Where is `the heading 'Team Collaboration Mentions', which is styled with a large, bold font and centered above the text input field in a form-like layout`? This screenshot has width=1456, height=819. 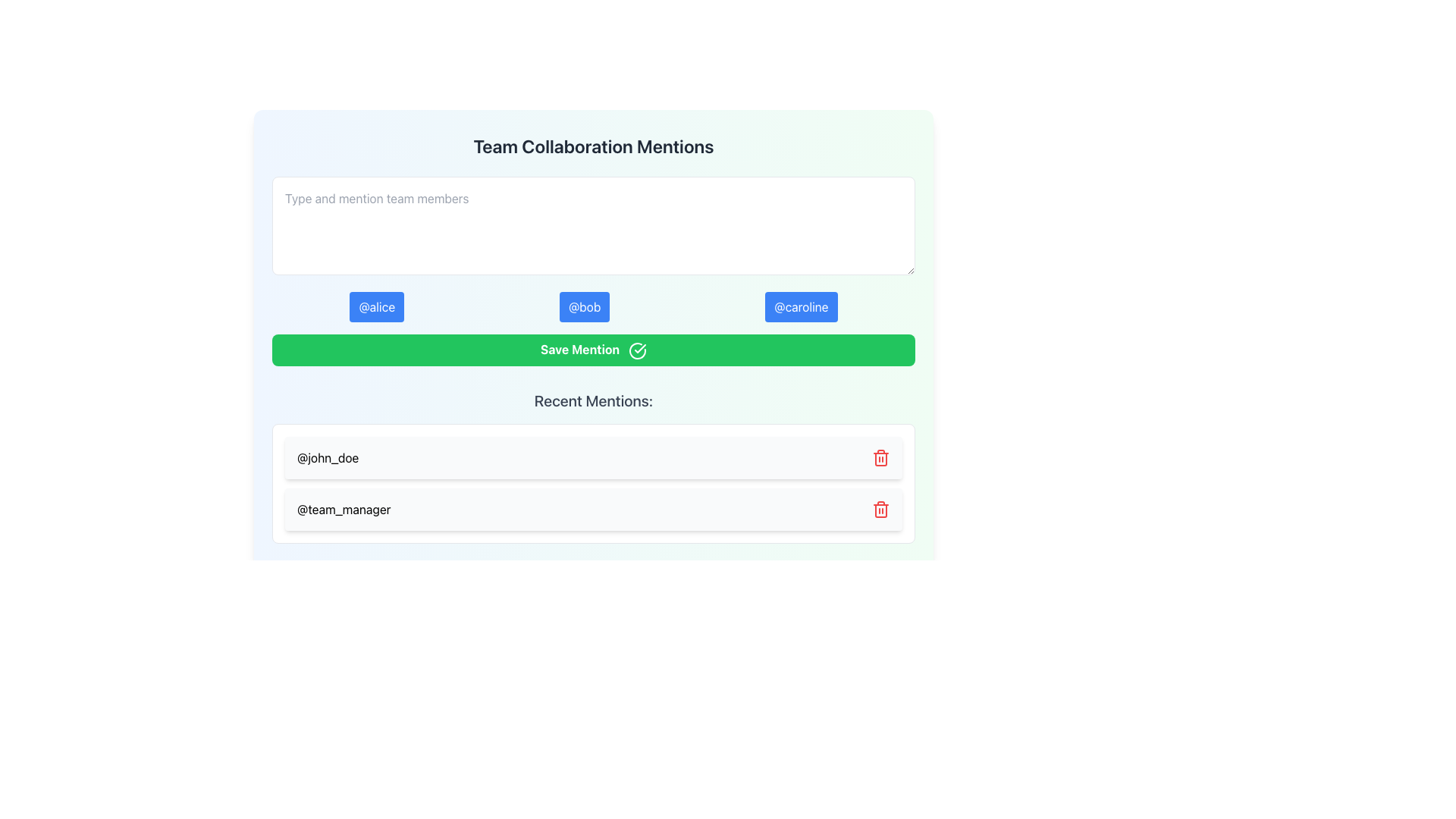 the heading 'Team Collaboration Mentions', which is styled with a large, bold font and centered above the text input field in a form-like layout is located at coordinates (592, 146).